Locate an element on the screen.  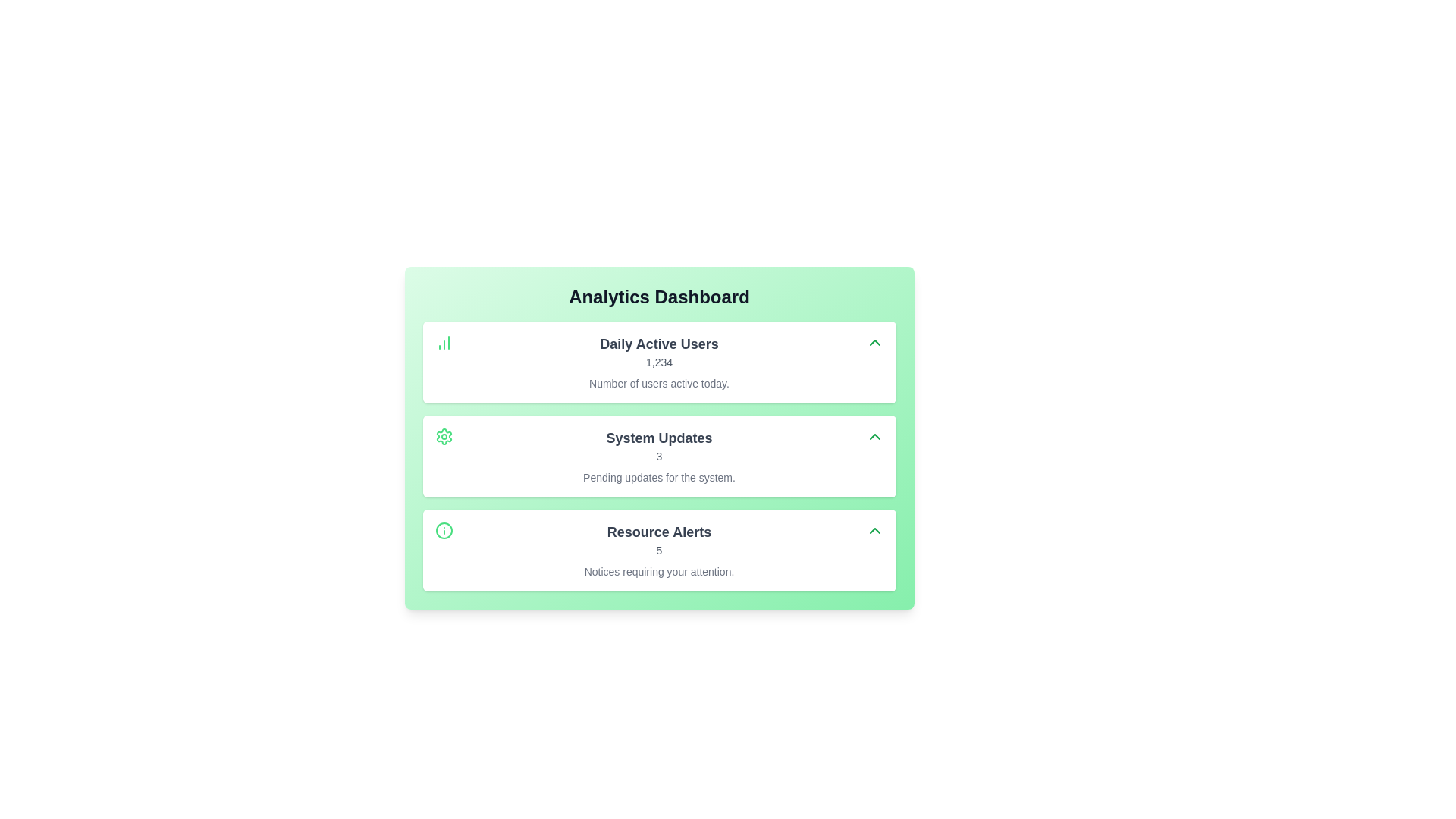
the list item corresponding to Resource Alerts is located at coordinates (659, 550).